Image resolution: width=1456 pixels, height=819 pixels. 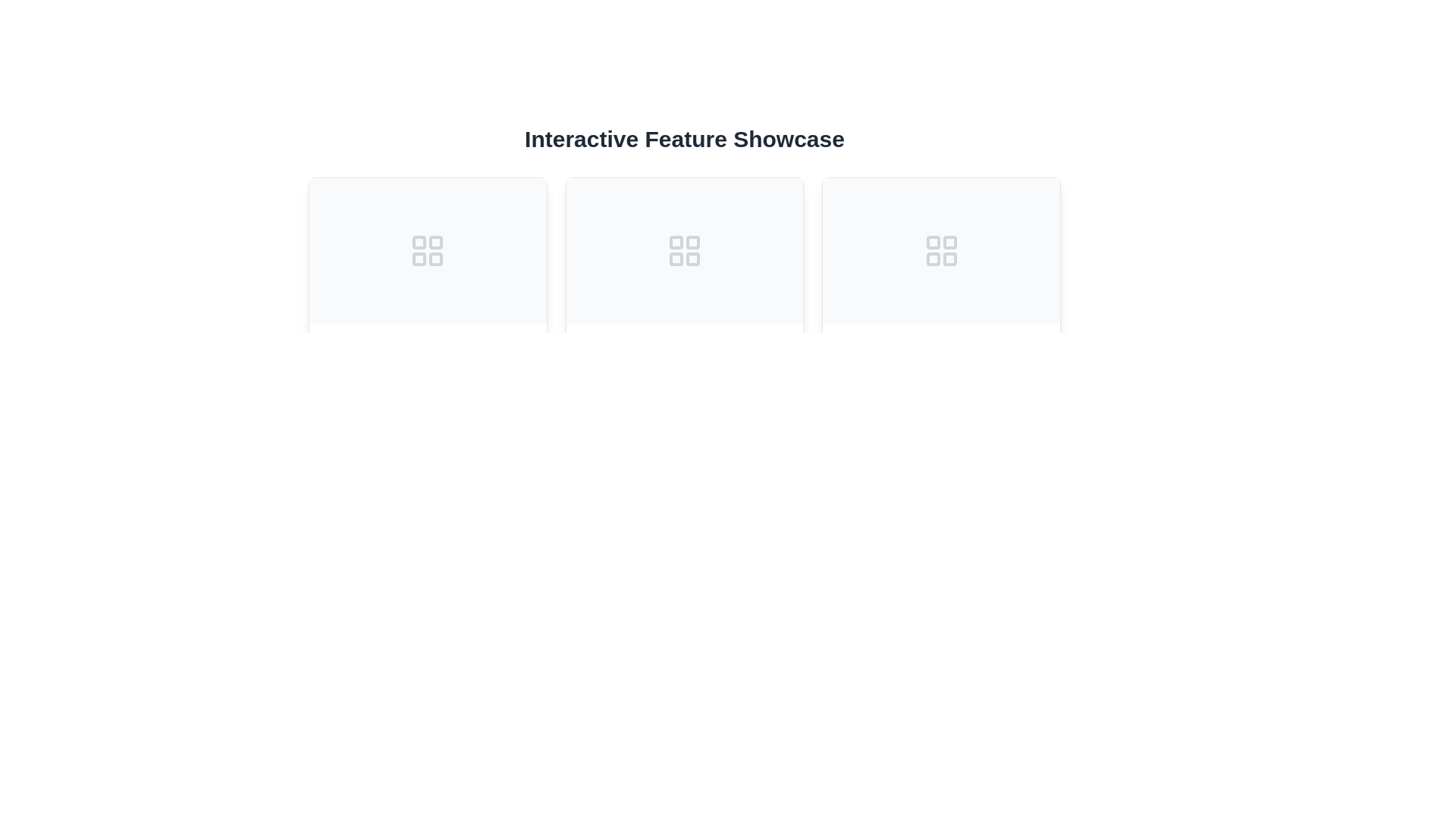 I want to click on the top-left square of the grid-style icon, which serves as a decorative element within the icon layout, so click(x=419, y=242).